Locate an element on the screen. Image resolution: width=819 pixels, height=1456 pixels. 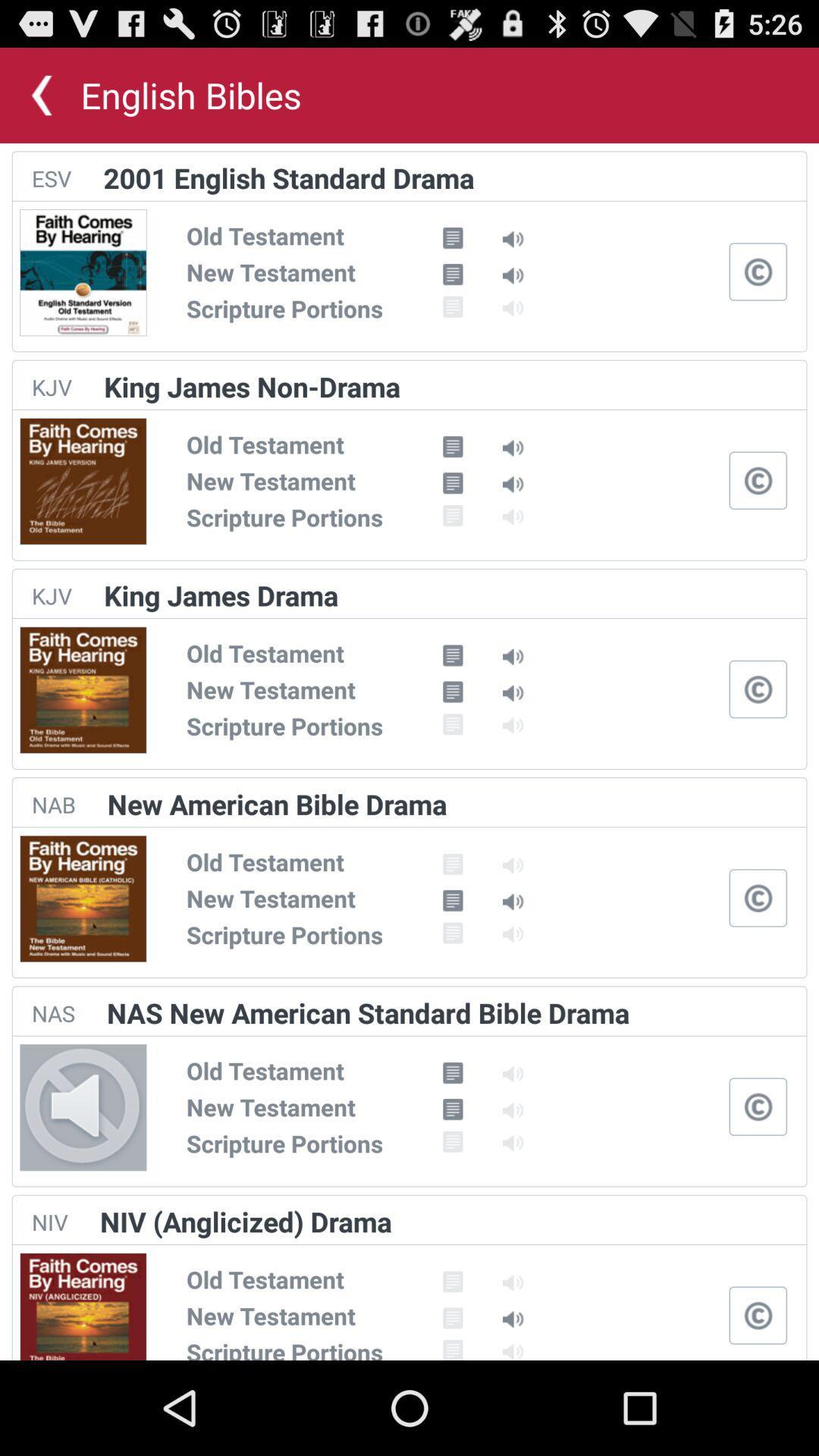
the app to the right of niv item is located at coordinates (245, 1222).